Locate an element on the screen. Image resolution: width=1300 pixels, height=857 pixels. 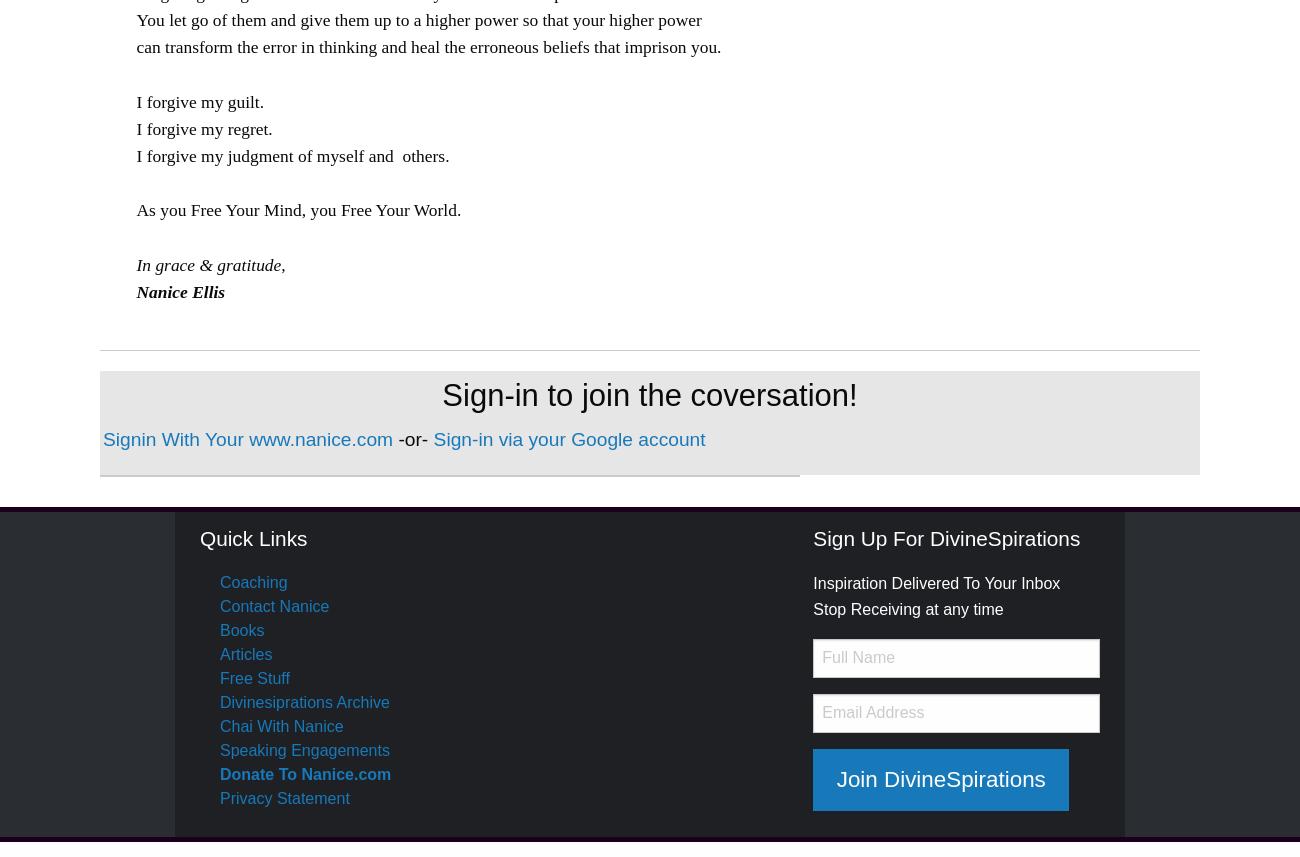
'Articles' is located at coordinates (218, 654).